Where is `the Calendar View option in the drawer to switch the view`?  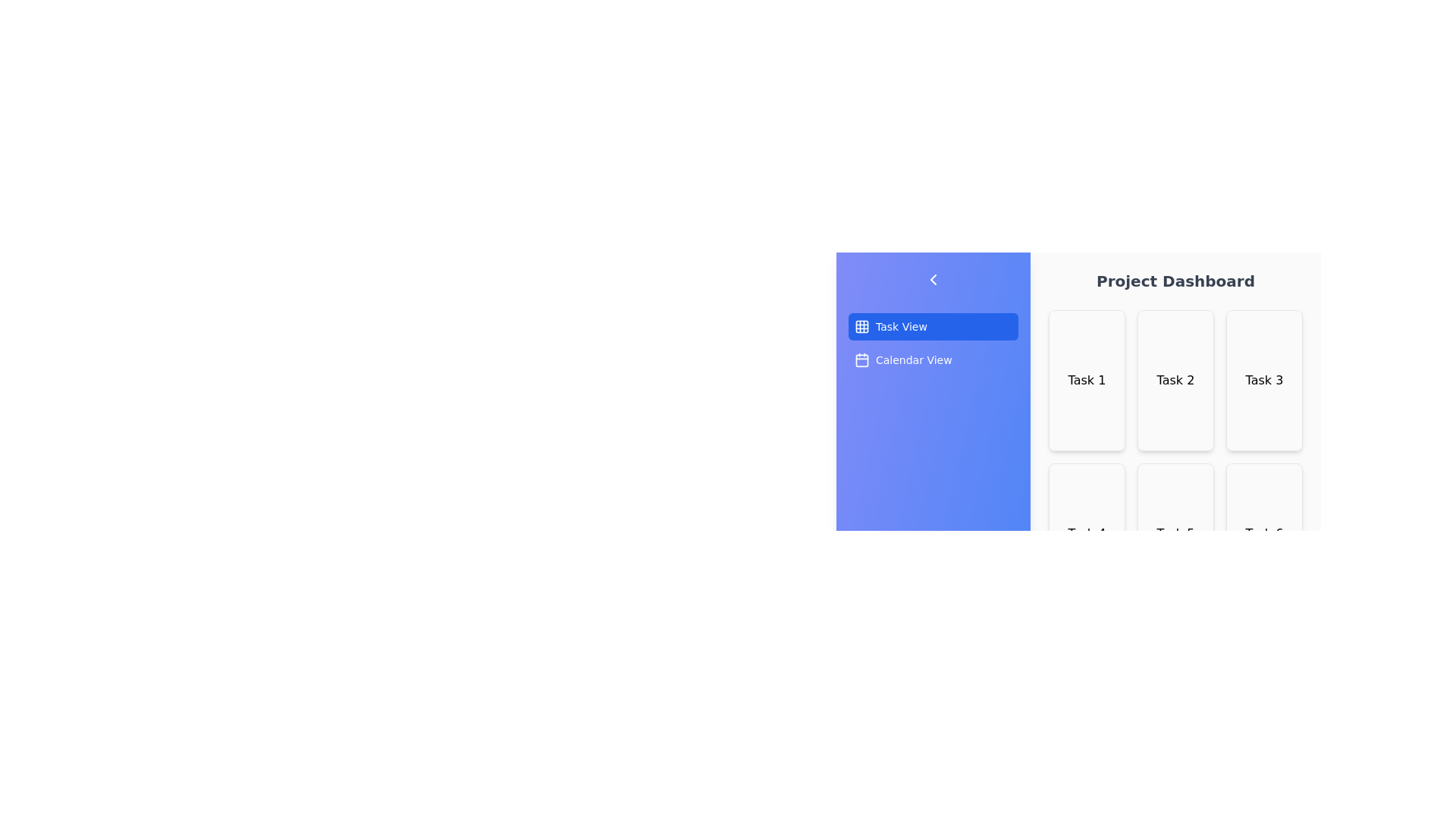
the Calendar View option in the drawer to switch the view is located at coordinates (932, 359).